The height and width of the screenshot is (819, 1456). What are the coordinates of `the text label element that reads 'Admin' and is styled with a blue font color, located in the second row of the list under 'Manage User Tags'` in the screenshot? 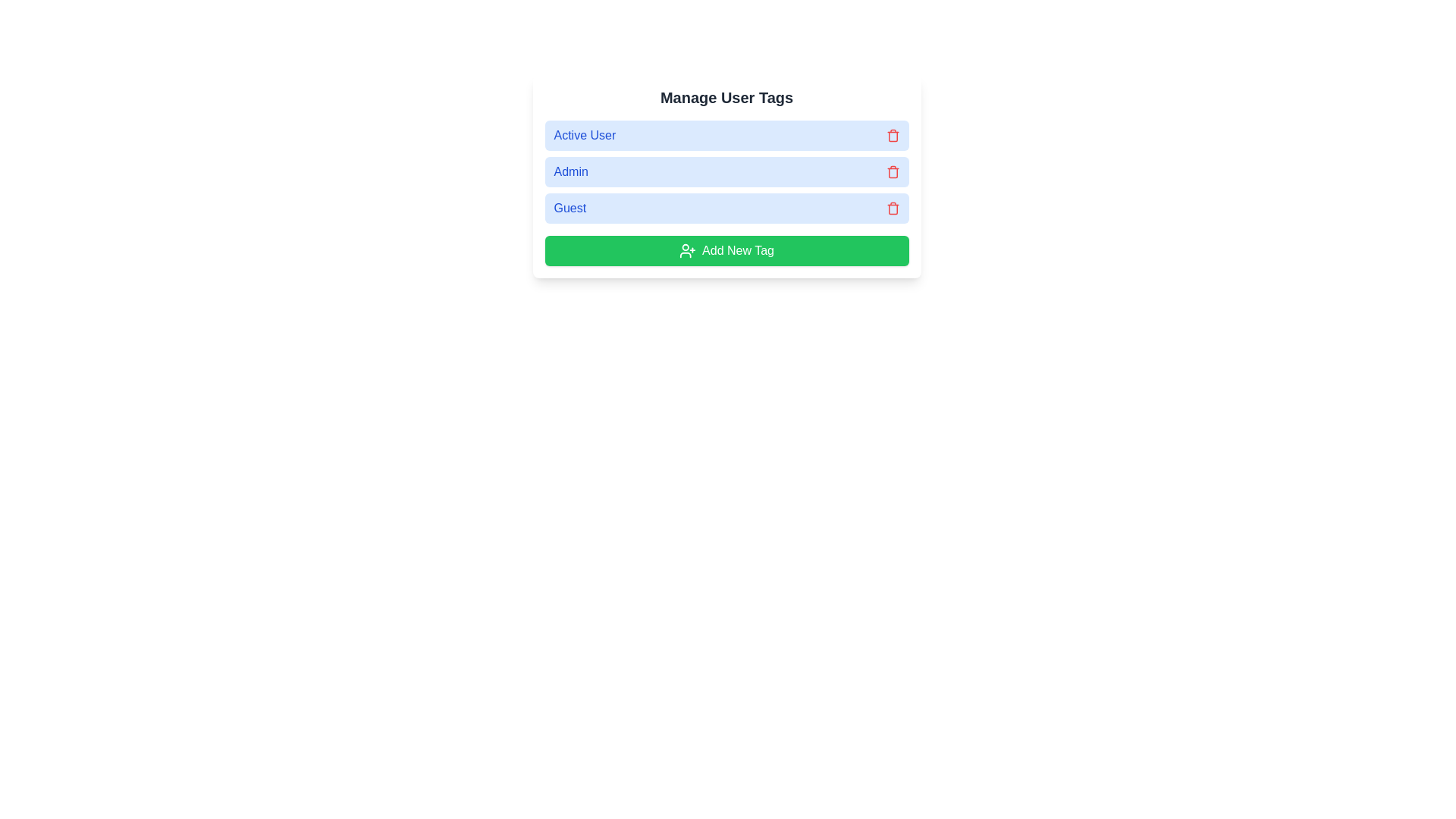 It's located at (570, 171).